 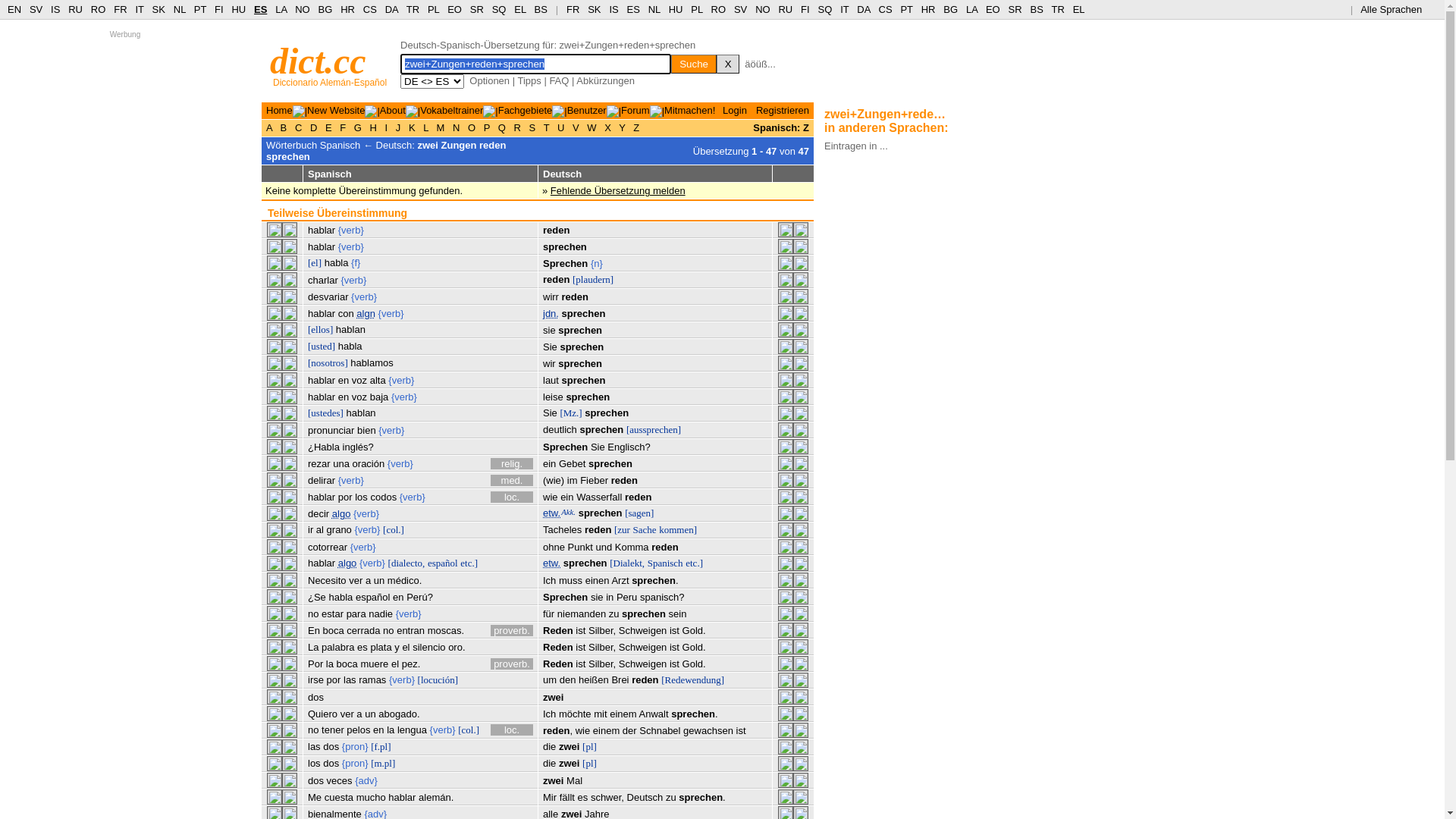 What do you see at coordinates (573, 780) in the screenshot?
I see `'Mal'` at bounding box center [573, 780].